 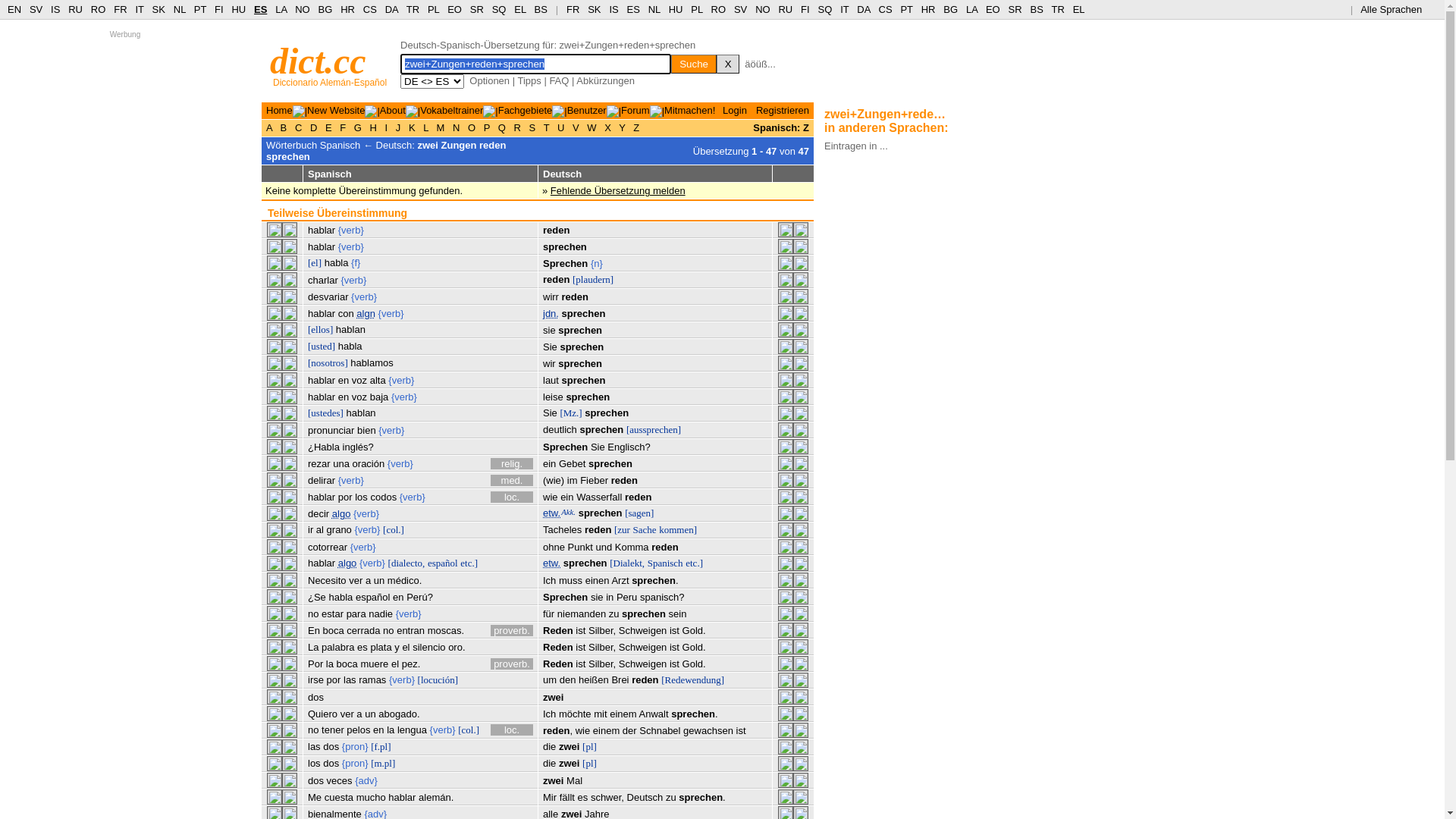 What do you see at coordinates (573, 780) in the screenshot?
I see `'Mal'` at bounding box center [573, 780].